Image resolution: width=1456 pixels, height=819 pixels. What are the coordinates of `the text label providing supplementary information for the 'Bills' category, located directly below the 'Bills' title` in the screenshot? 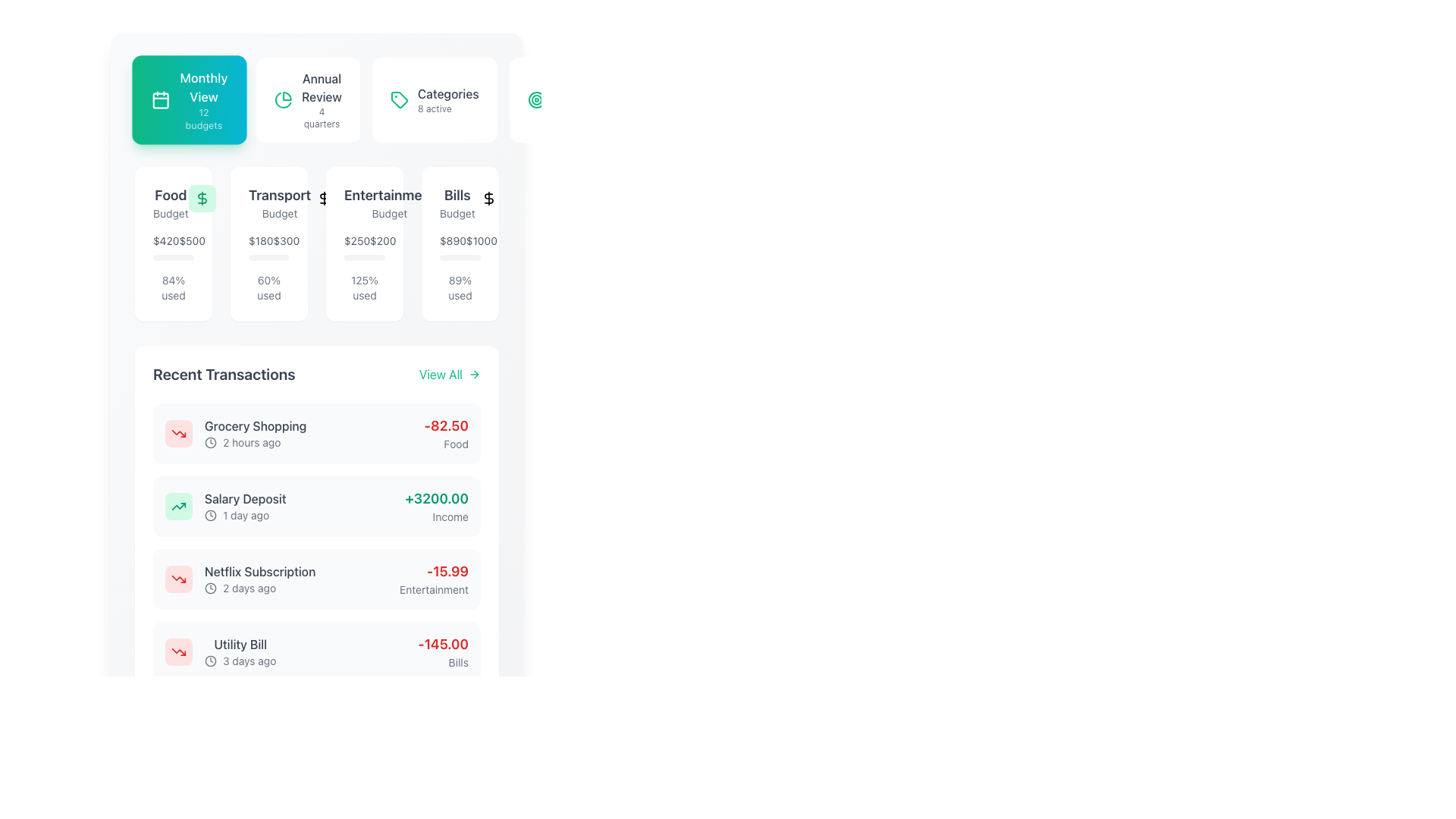 It's located at (457, 213).